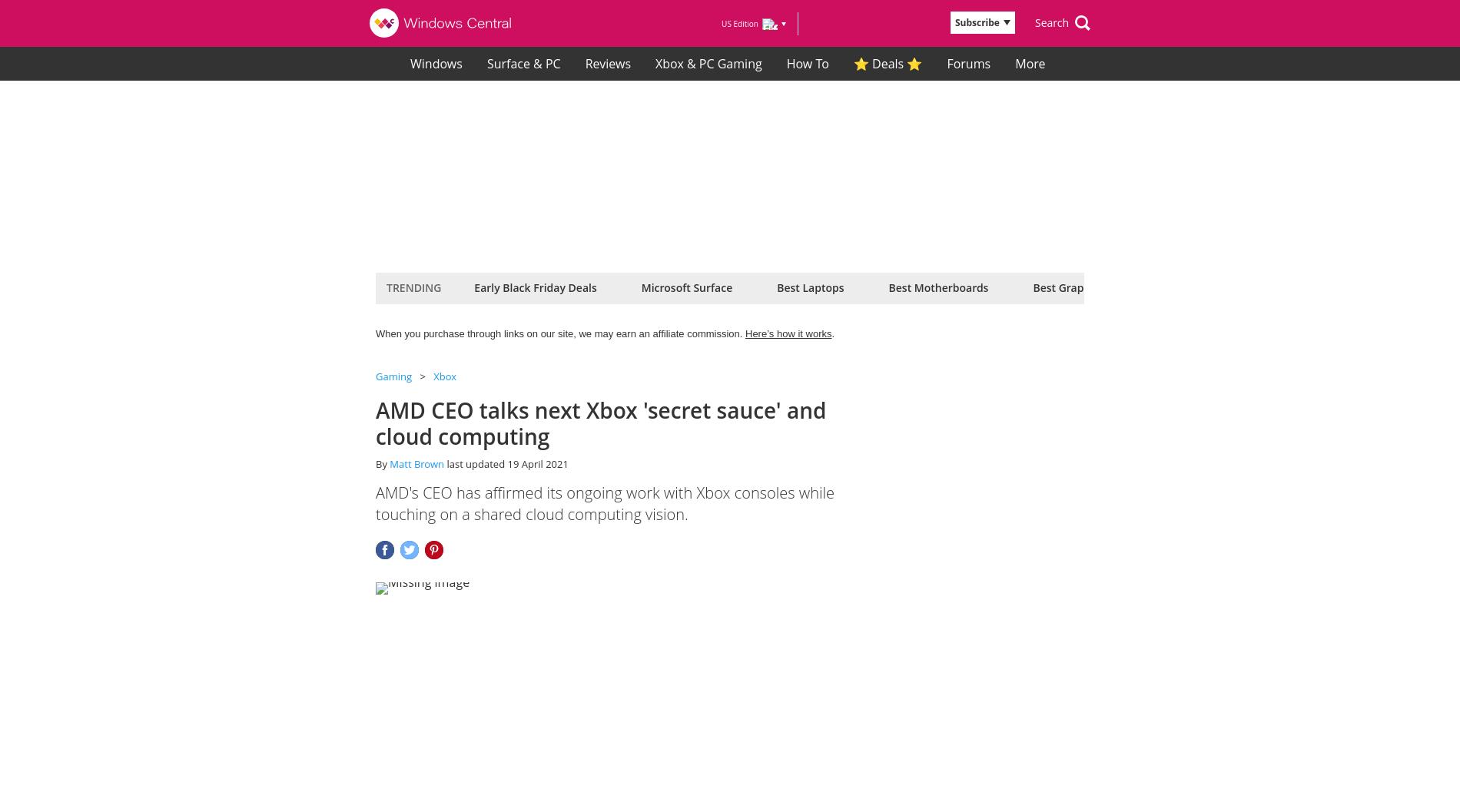  Describe the element at coordinates (559, 333) in the screenshot. I see `'When you purchase through links on our site, we may earn an affiliate commission.'` at that location.